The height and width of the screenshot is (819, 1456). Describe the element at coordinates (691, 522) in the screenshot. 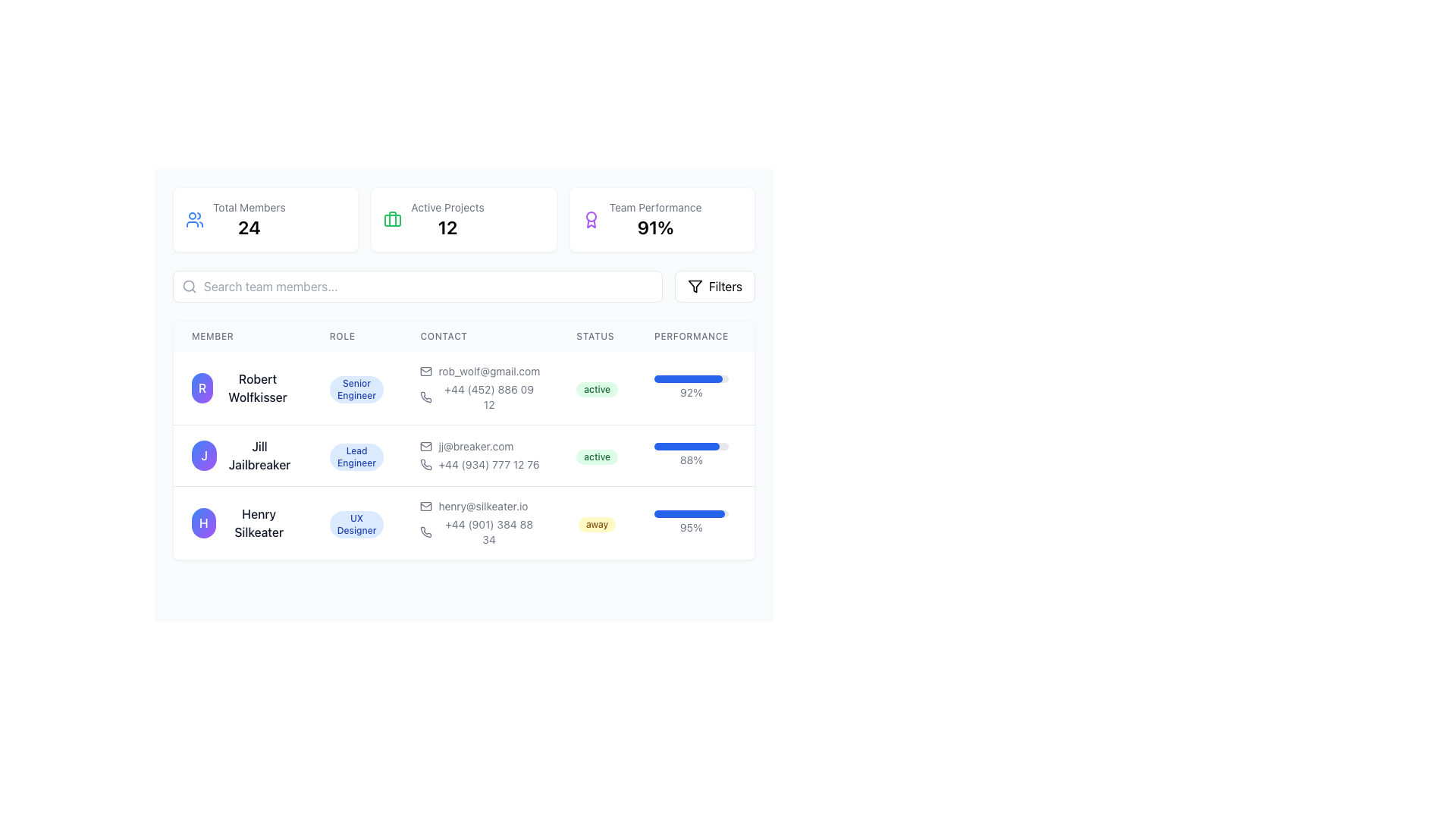

I see `the progress bar indicating 95% completion in the 'Performance' section for 'Henry Silkeater'` at that location.